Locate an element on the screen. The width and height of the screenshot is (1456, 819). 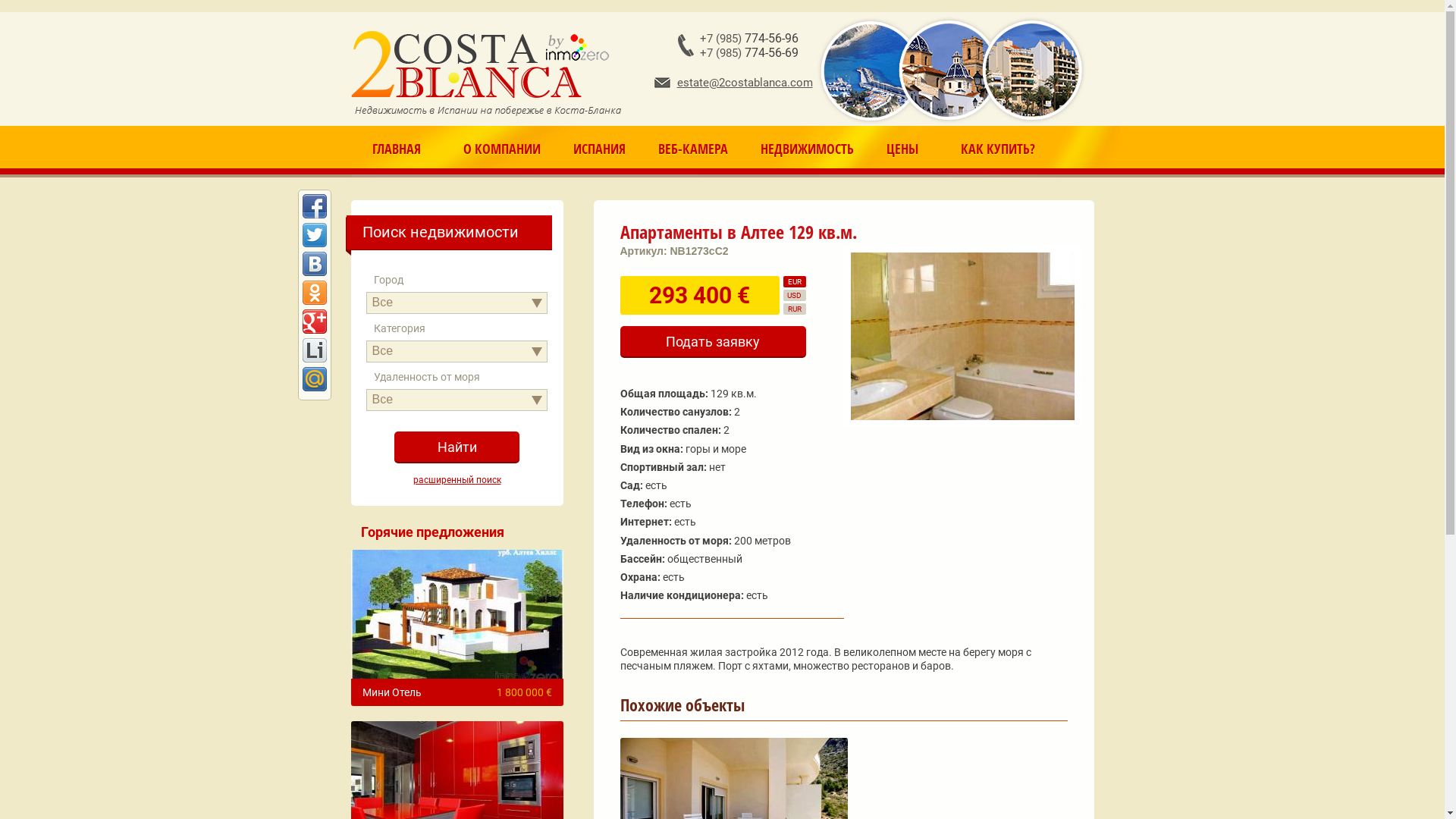
'RUR' is located at coordinates (792, 308).